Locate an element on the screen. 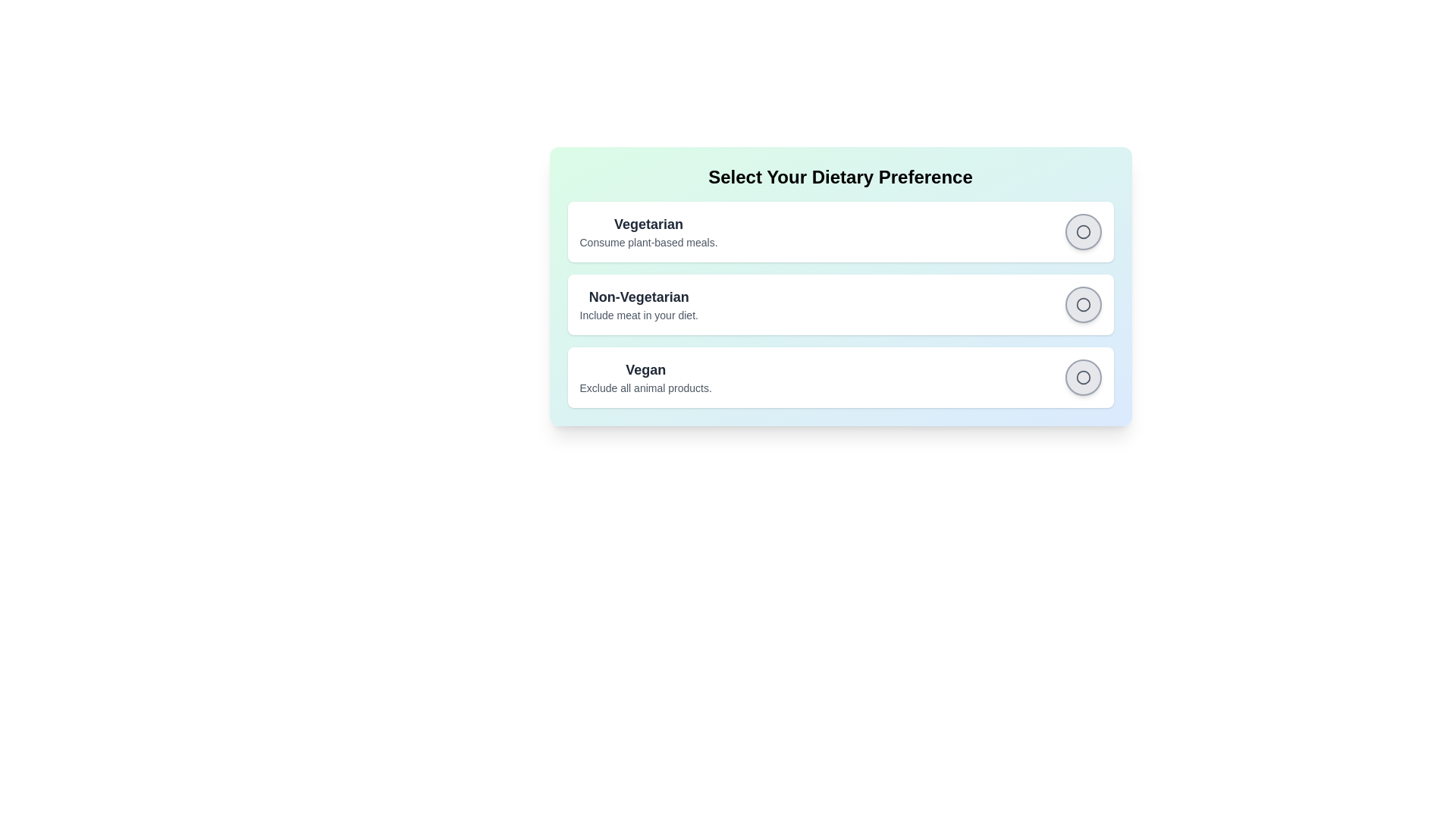 The image size is (1456, 819). the unselected radio button for the 'Vegan' option is located at coordinates (1082, 376).